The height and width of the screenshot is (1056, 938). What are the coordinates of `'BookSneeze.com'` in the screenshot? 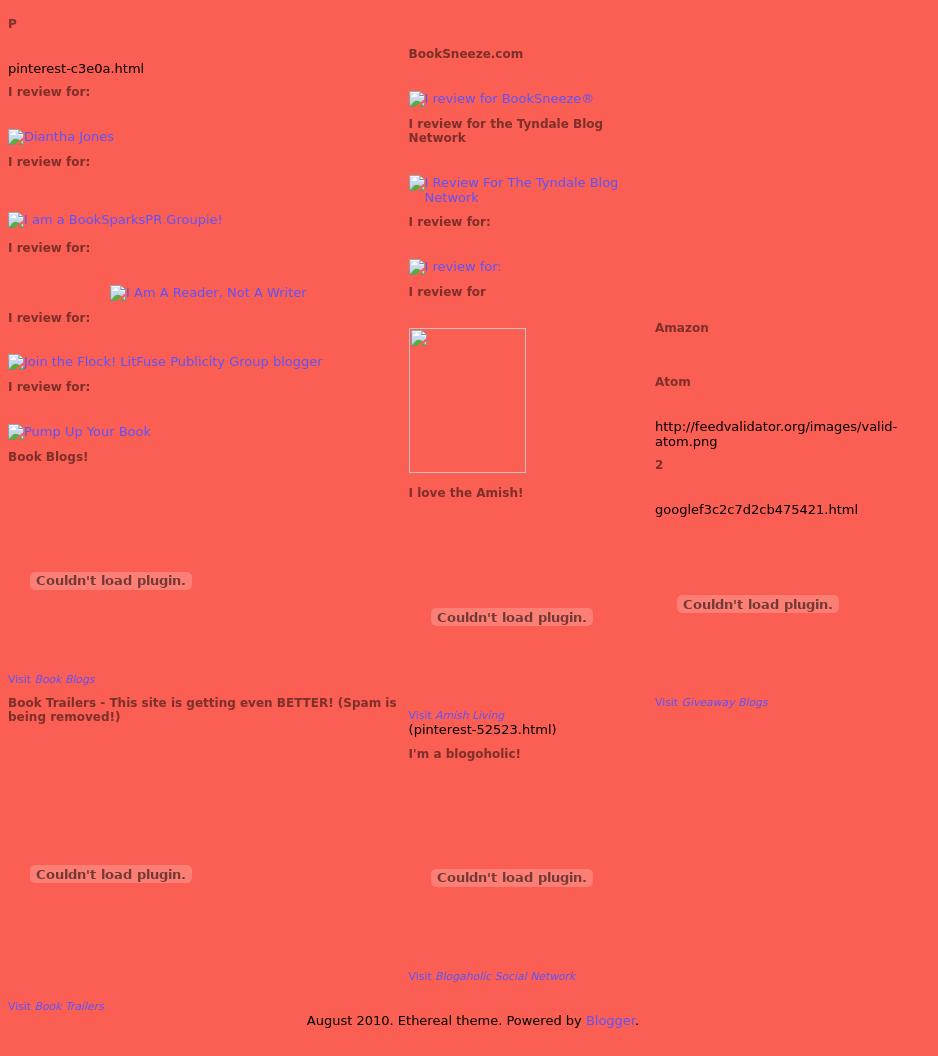 It's located at (464, 53).